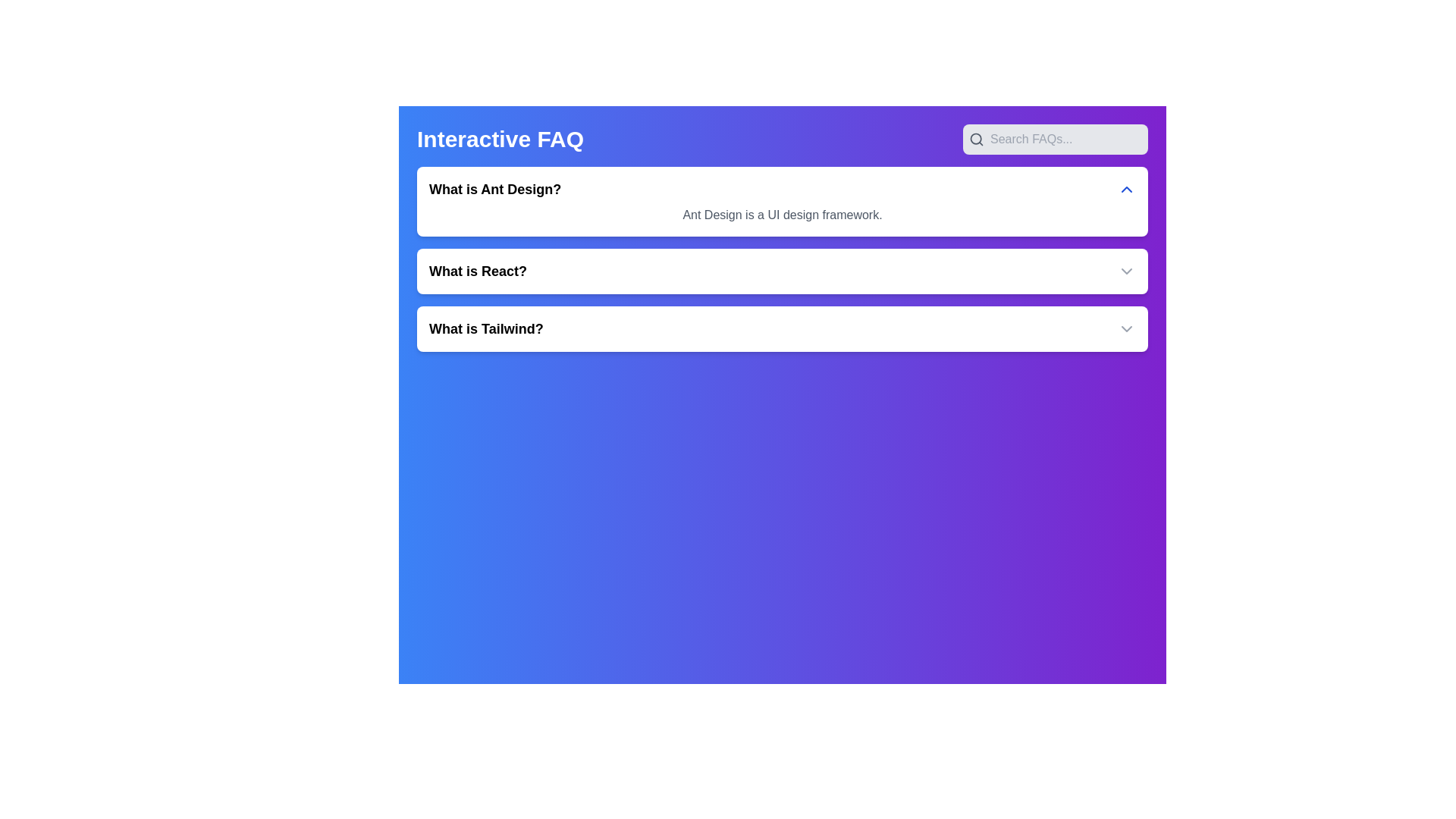 This screenshot has width=1456, height=819. I want to click on the magnifying glass icon indicating search functionality, located in the top-right corner of the interface, to the left of the input field with placeholder text 'Search FAQs...', so click(976, 140).